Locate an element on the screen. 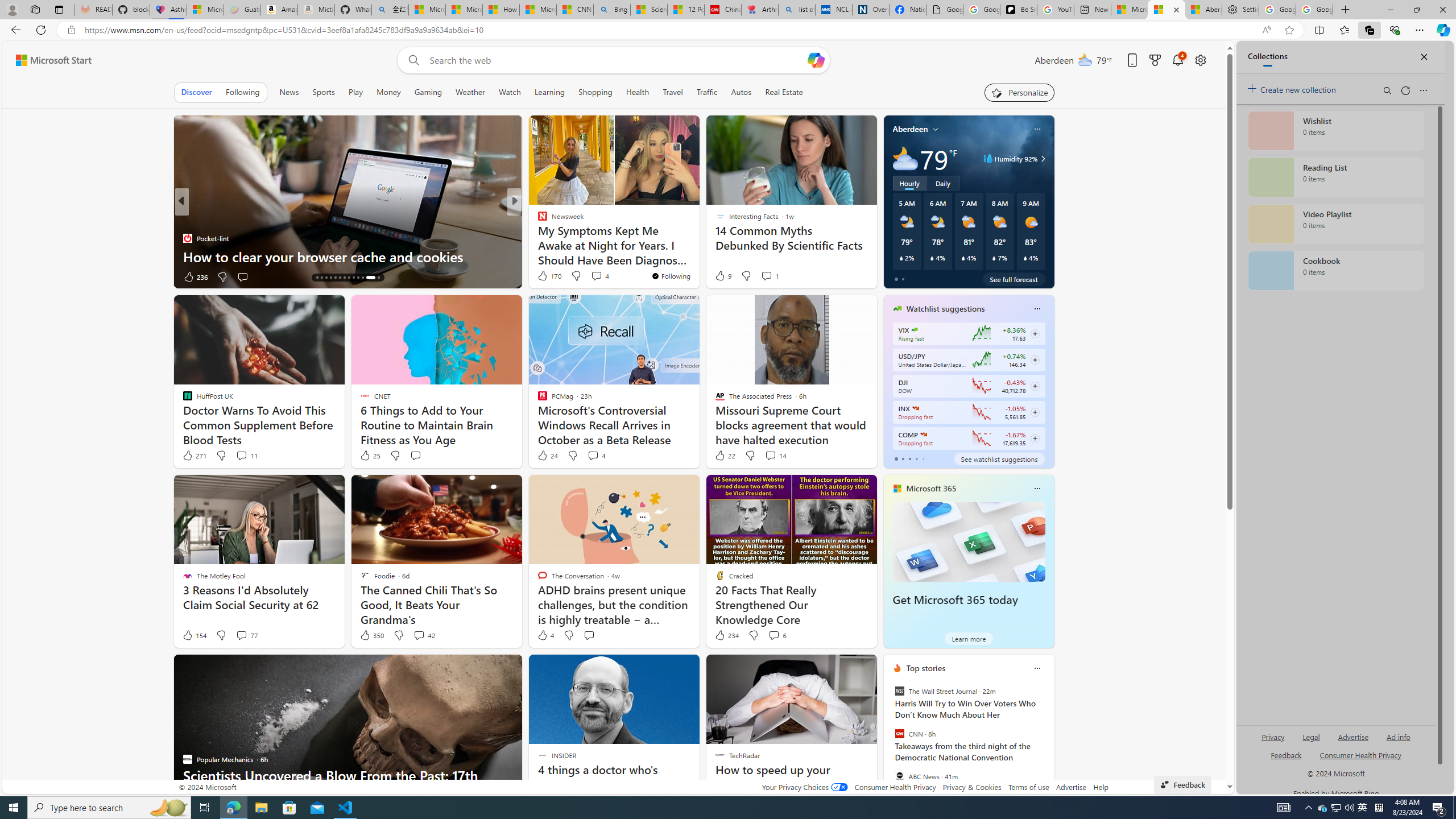 This screenshot has height=819, width=1456. 'Money' is located at coordinates (387, 92).